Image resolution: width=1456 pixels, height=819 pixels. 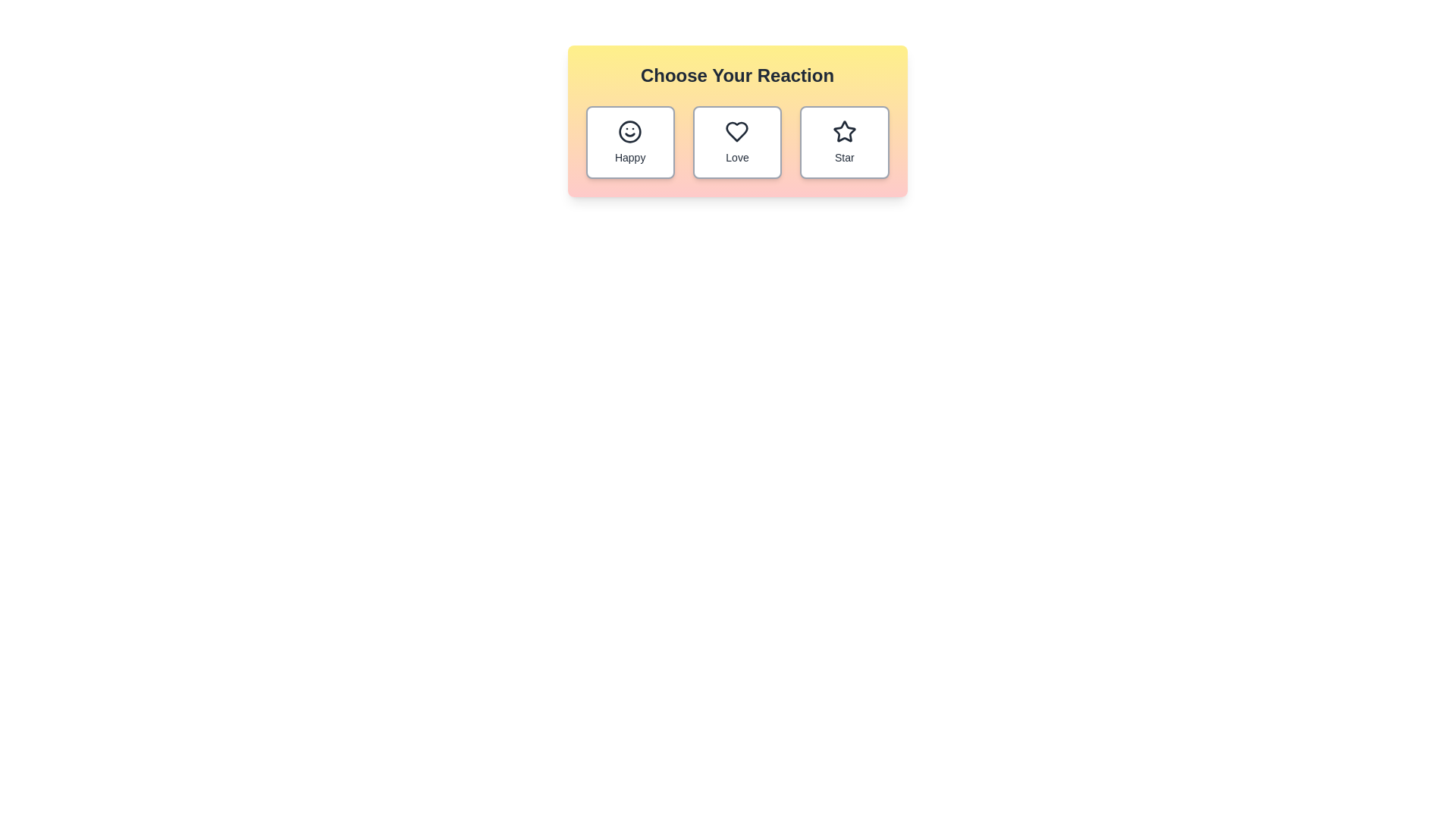 I want to click on the reaction icon corresponding to Star to toggle its selection, so click(x=843, y=143).